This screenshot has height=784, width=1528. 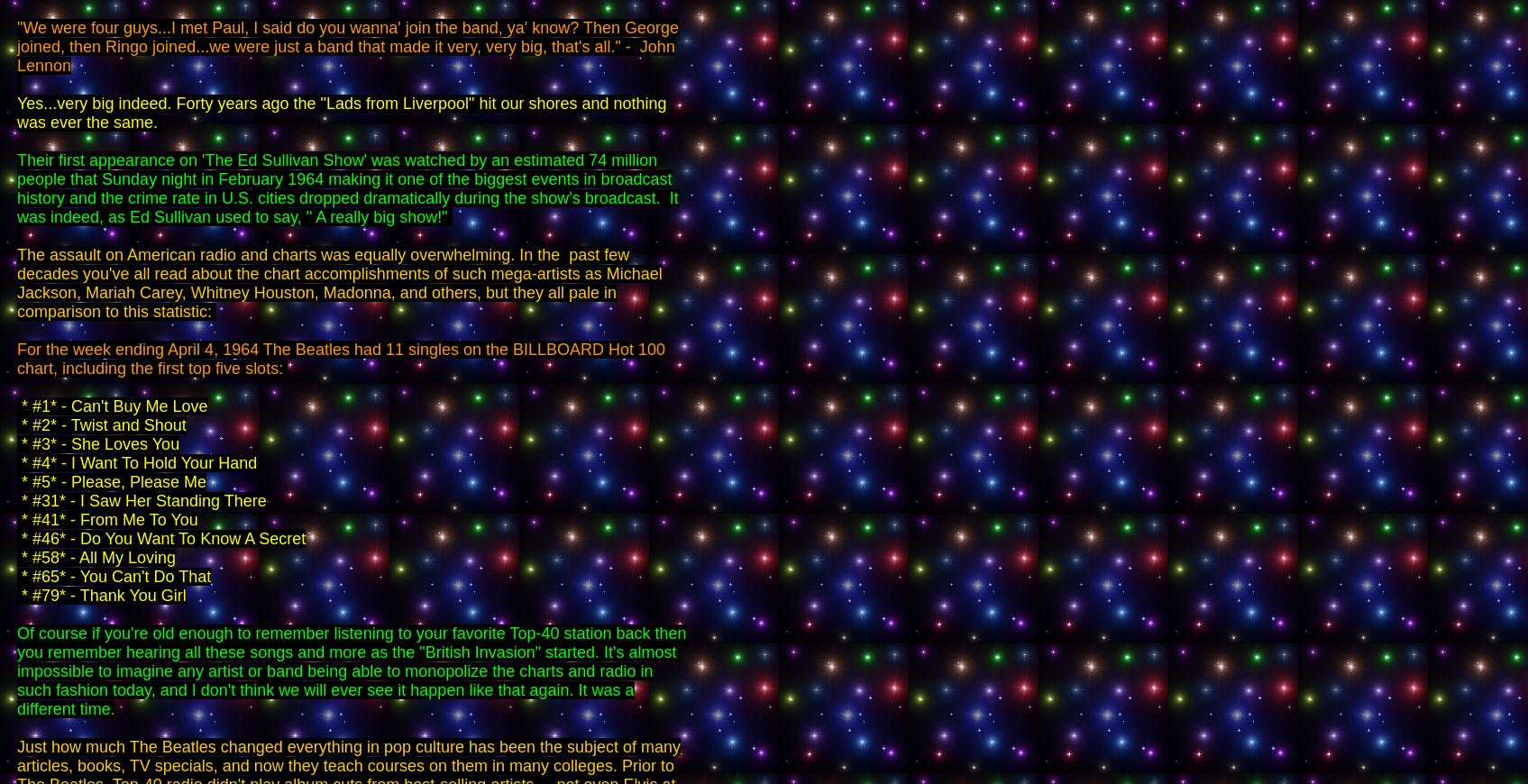 What do you see at coordinates (341, 112) in the screenshot?
I see `'Yes...very big indeed. Forty years ago the "Lads from Liverpool" hit
                           our shores and nothing was ever the same.'` at bounding box center [341, 112].